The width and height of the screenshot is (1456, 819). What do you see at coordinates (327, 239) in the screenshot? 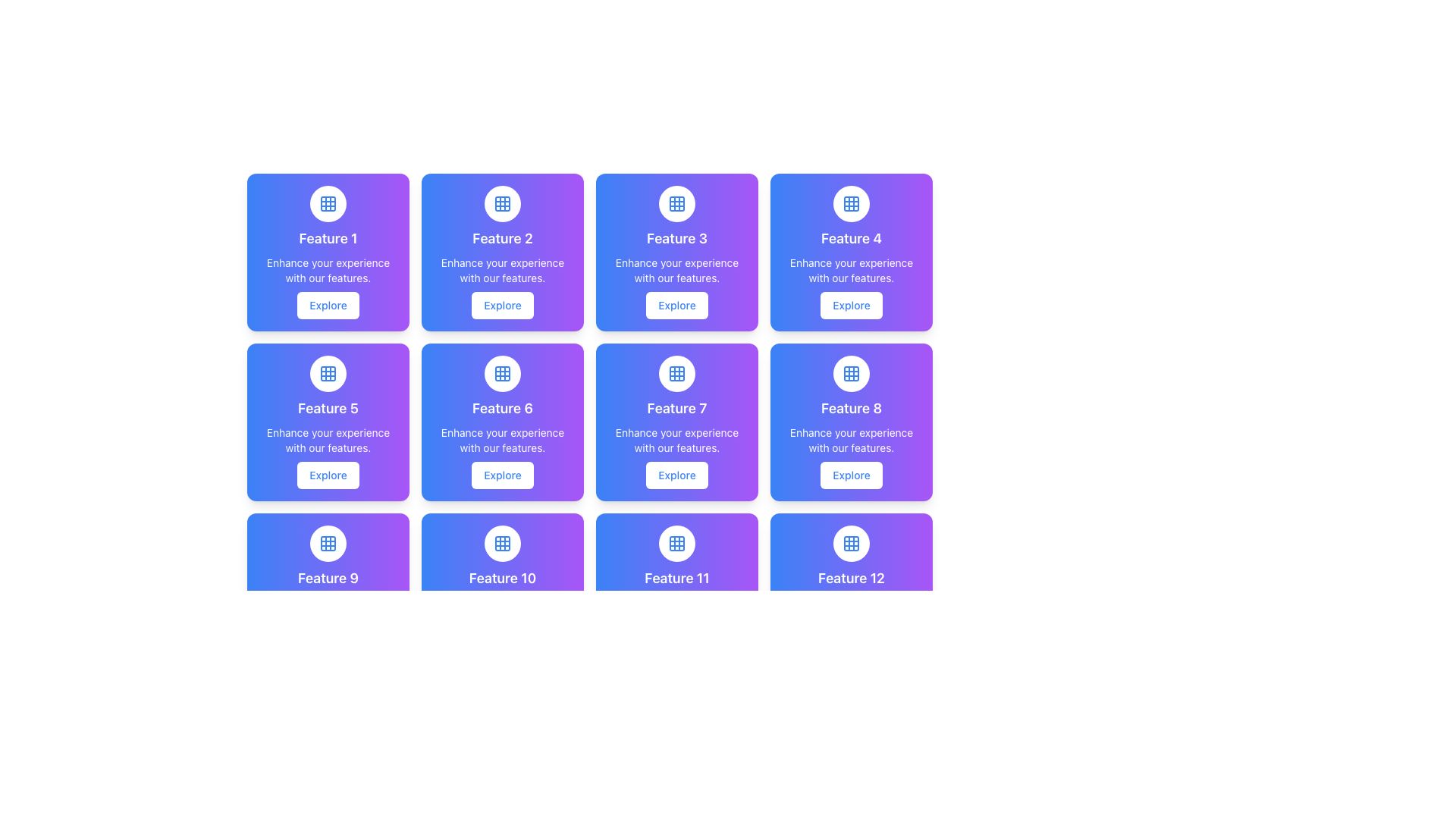
I see `the text labeled 'Feature 1', which is prominently styled with a larger font size and bold weight, located at the top-center of a card component in a 4x3 grid layout` at bounding box center [327, 239].